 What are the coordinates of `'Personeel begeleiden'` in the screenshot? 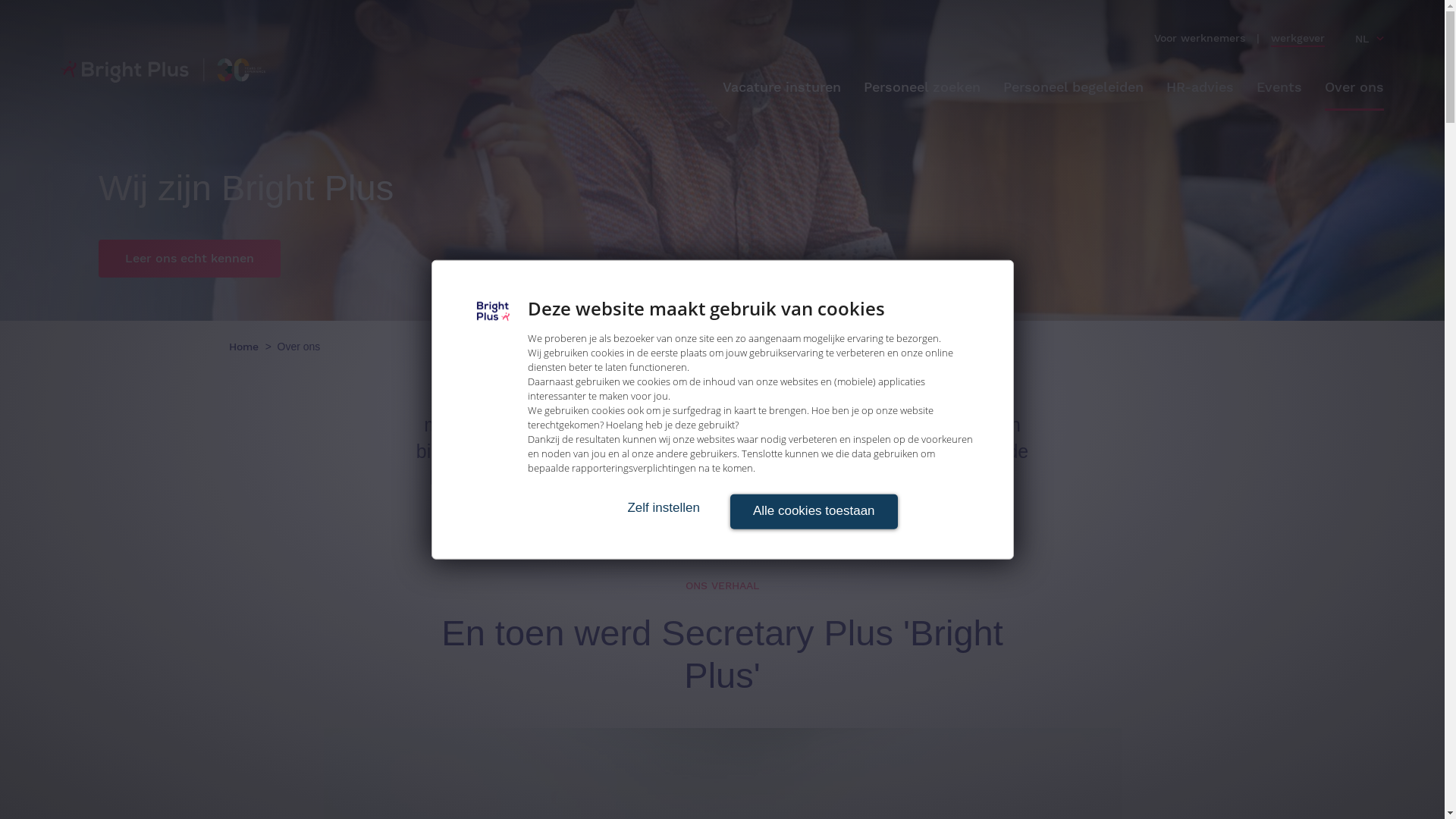 It's located at (1072, 87).